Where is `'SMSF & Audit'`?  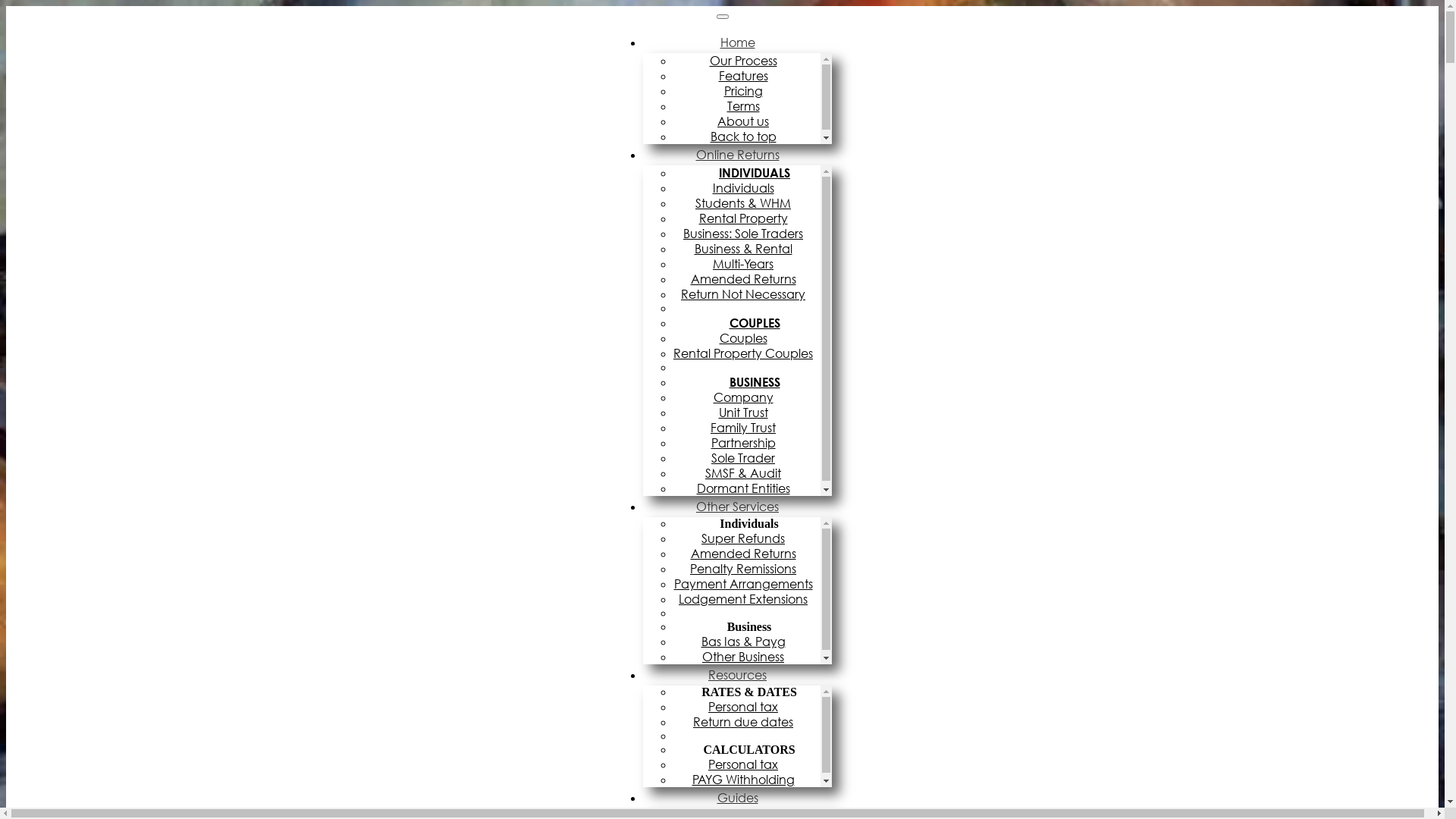 'SMSF & Audit' is located at coordinates (746, 472).